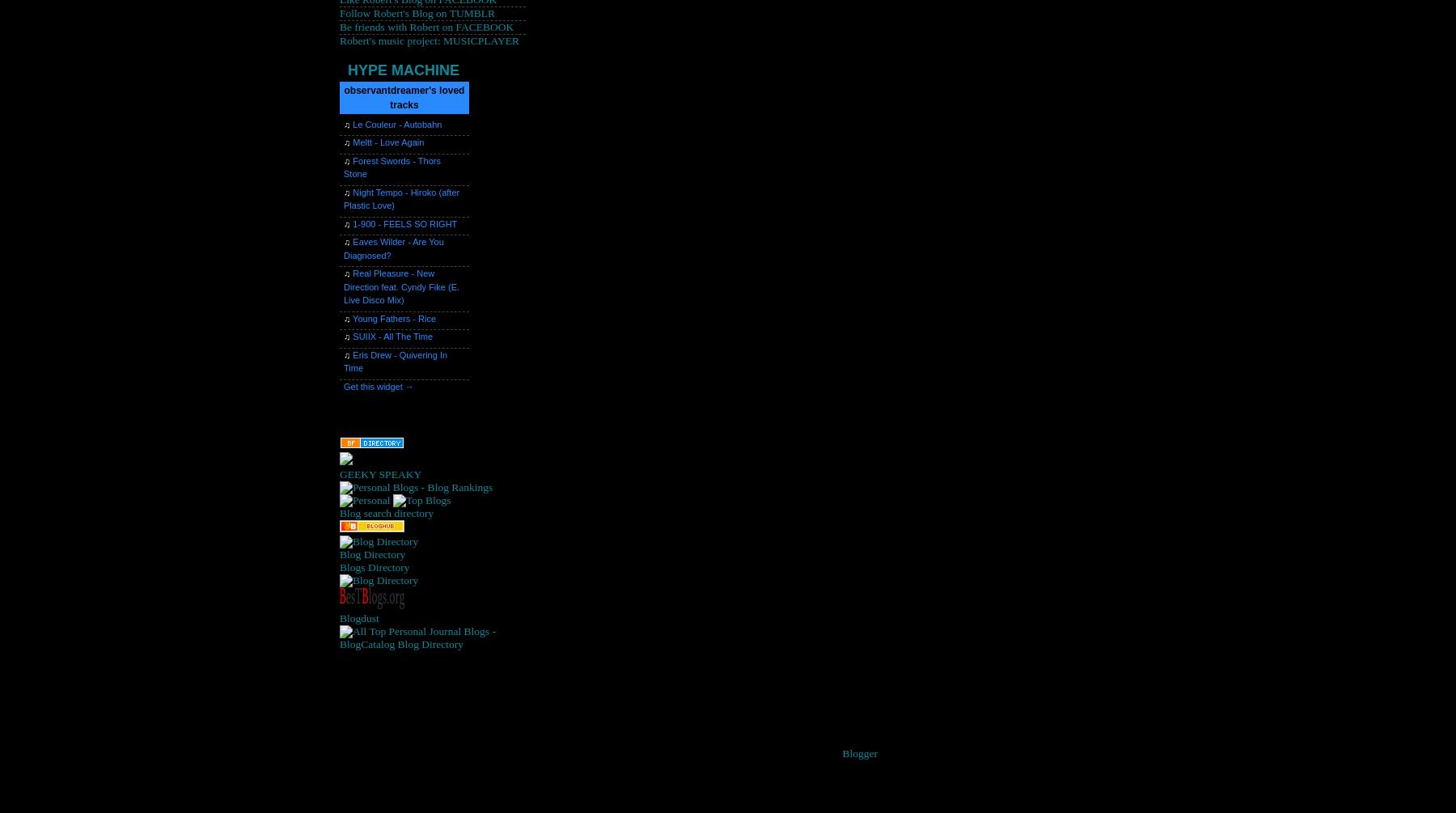  Describe the element at coordinates (339, 566) in the screenshot. I see `'Blogs Directory'` at that location.